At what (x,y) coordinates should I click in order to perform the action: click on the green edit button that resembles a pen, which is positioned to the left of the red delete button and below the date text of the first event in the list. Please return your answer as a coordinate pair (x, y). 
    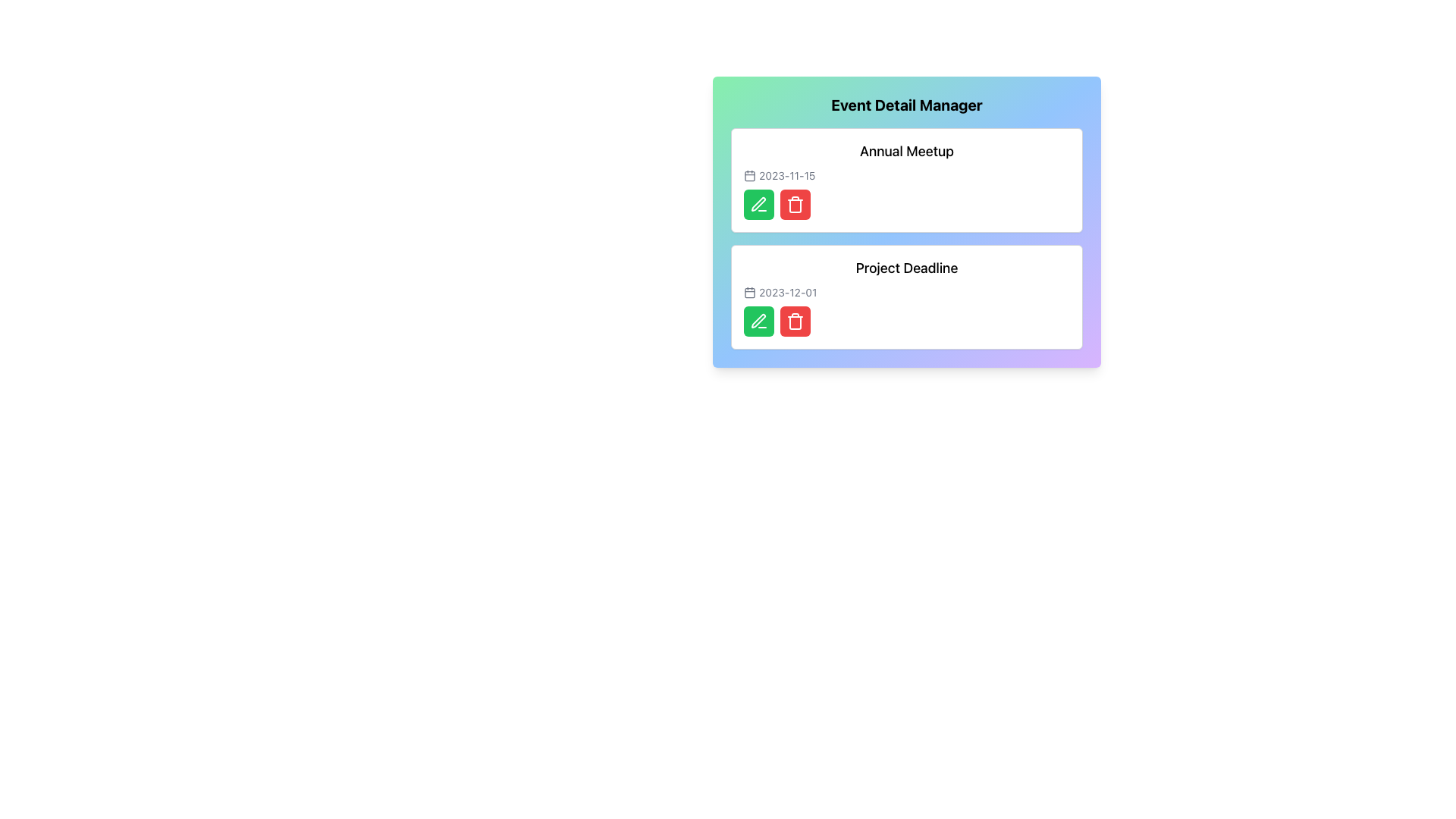
    Looking at the image, I should click on (758, 203).